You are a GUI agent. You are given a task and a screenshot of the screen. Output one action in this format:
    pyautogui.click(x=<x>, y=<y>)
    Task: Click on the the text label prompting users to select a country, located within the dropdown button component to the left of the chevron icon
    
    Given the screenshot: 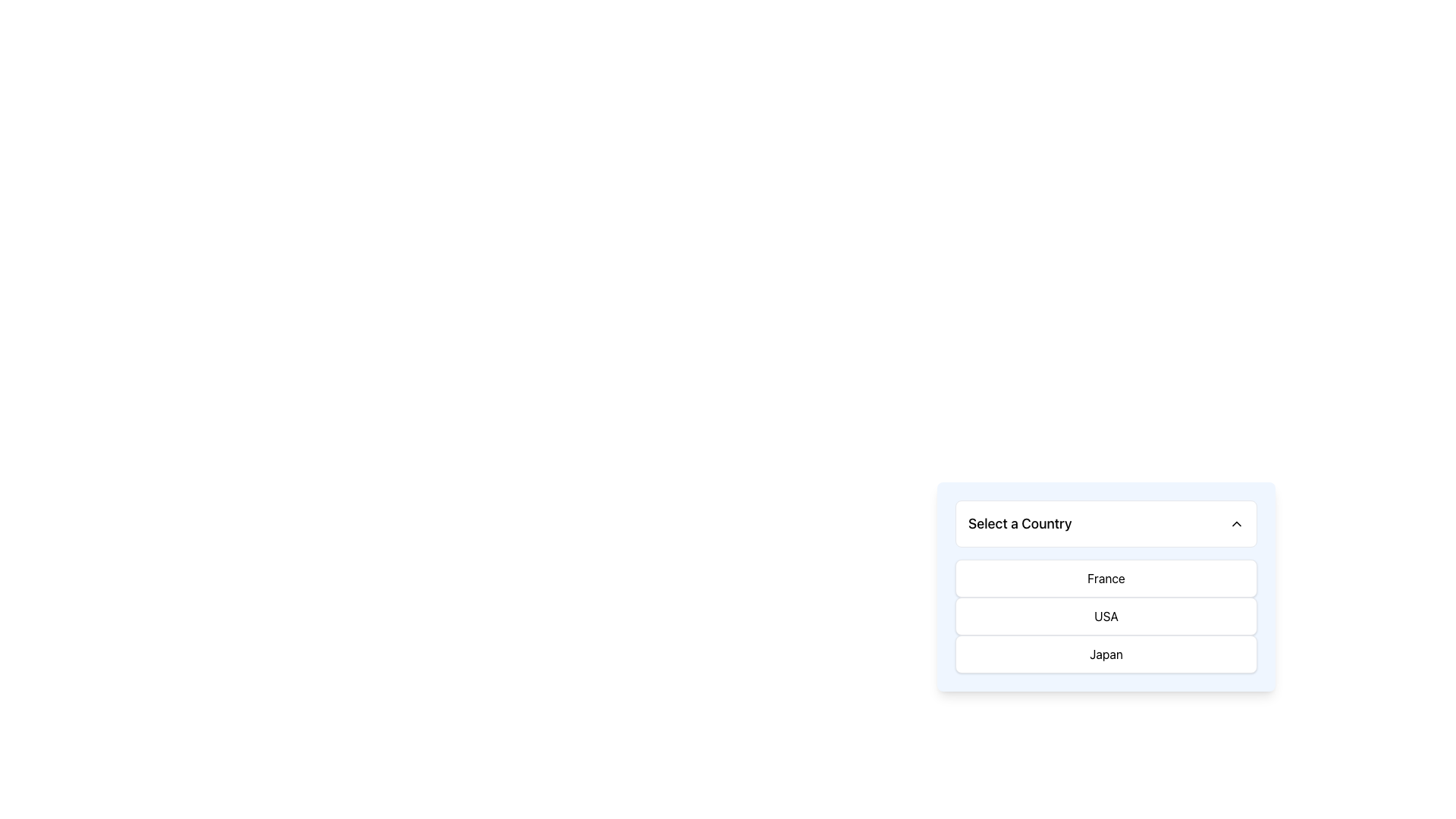 What is the action you would take?
    pyautogui.click(x=1020, y=522)
    